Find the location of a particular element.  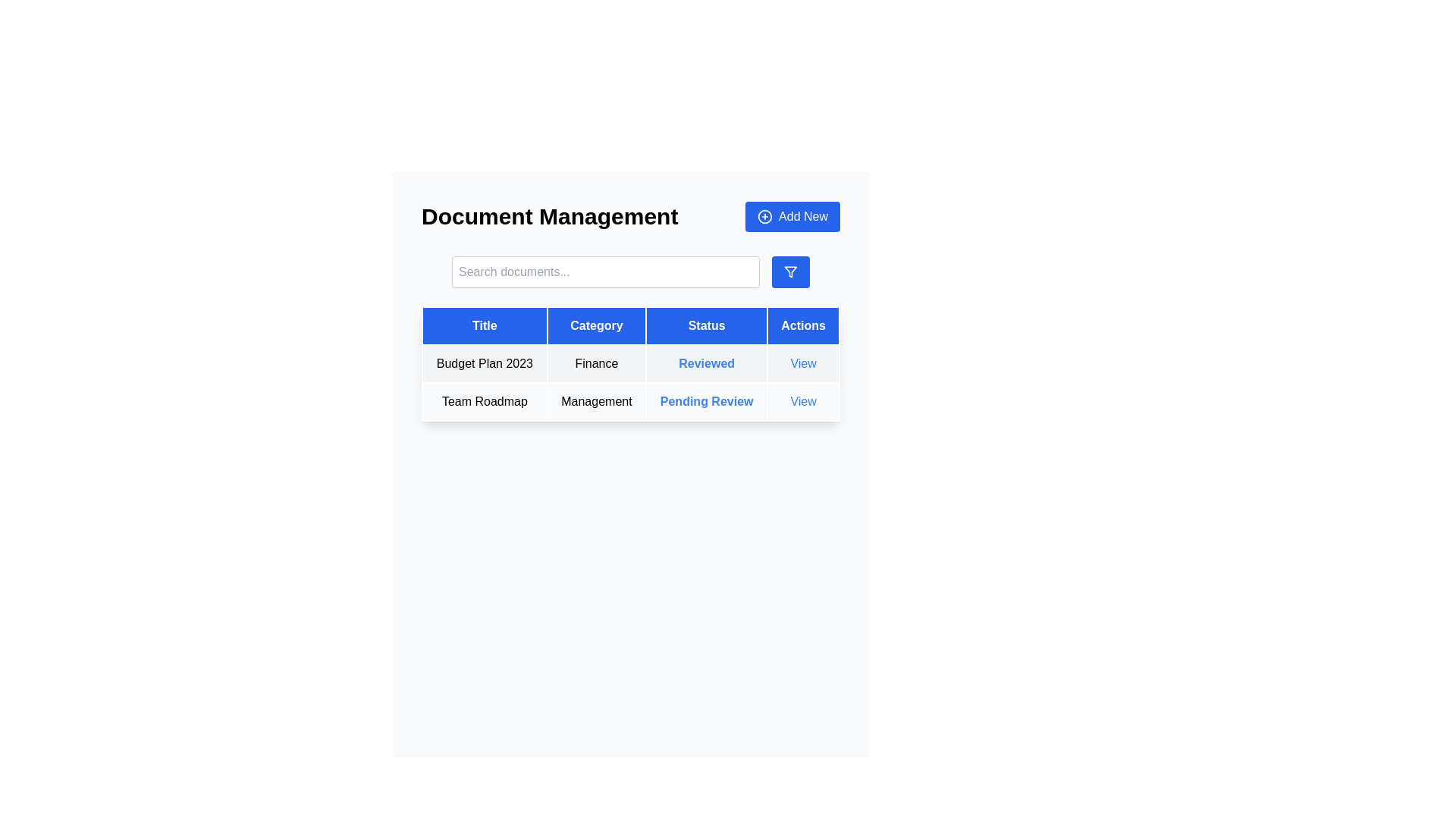

the Label/Text Display element that shows the title or description of the document entry within the table under the 'Title' header is located at coordinates (484, 400).